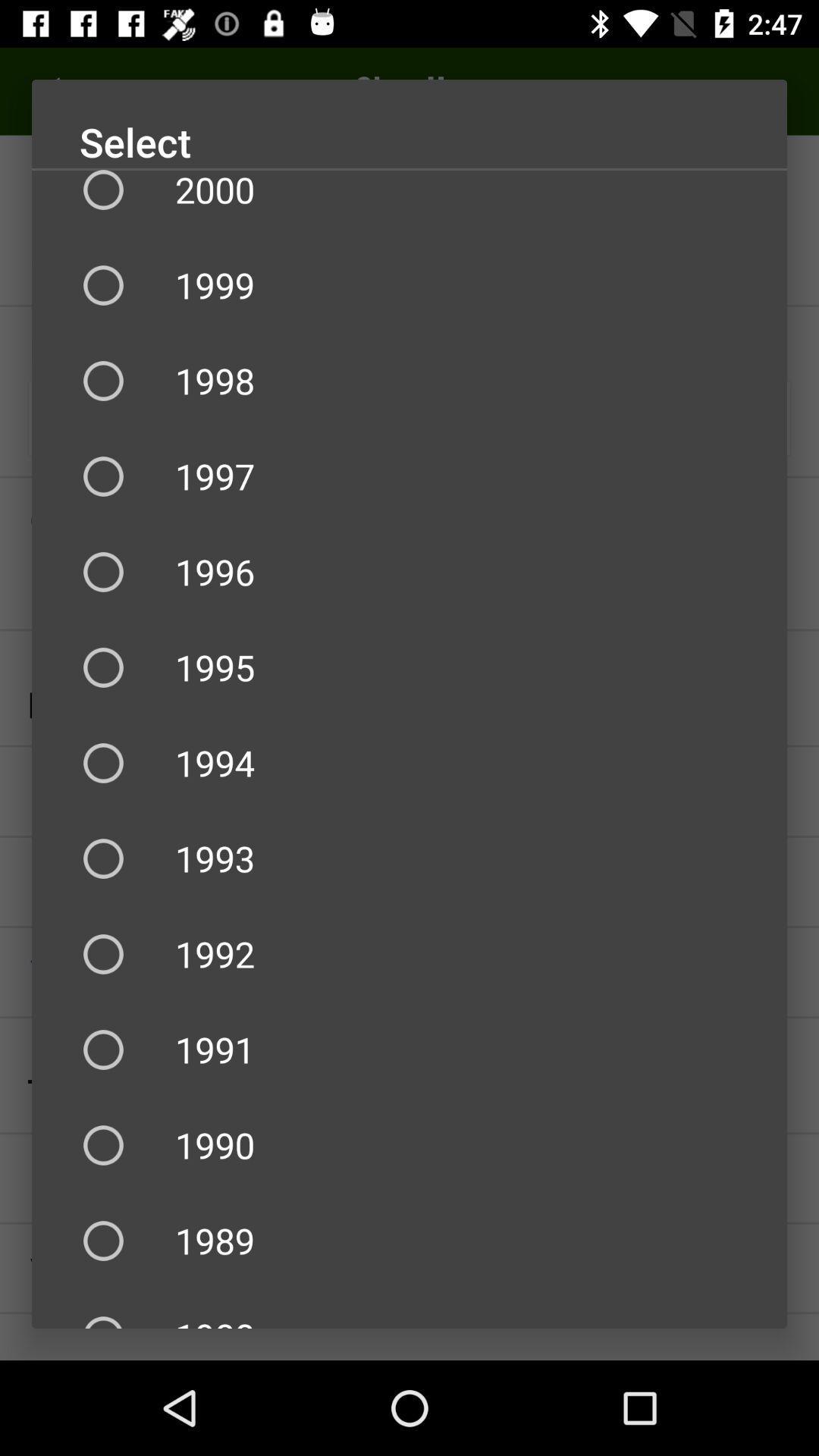 The height and width of the screenshot is (1456, 819). What do you see at coordinates (409, 285) in the screenshot?
I see `the item above 1998` at bounding box center [409, 285].